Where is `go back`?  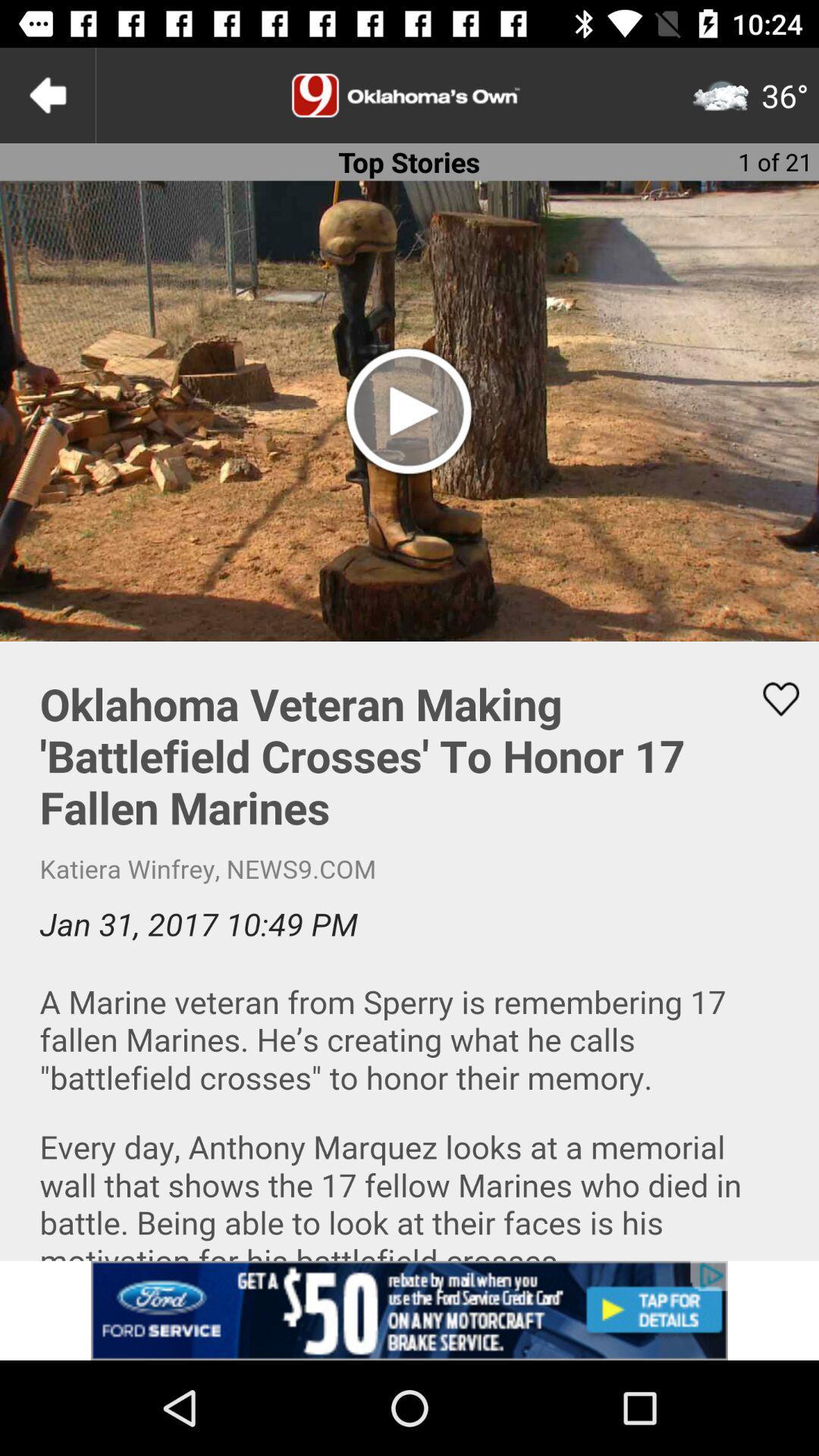 go back is located at coordinates (46, 94).